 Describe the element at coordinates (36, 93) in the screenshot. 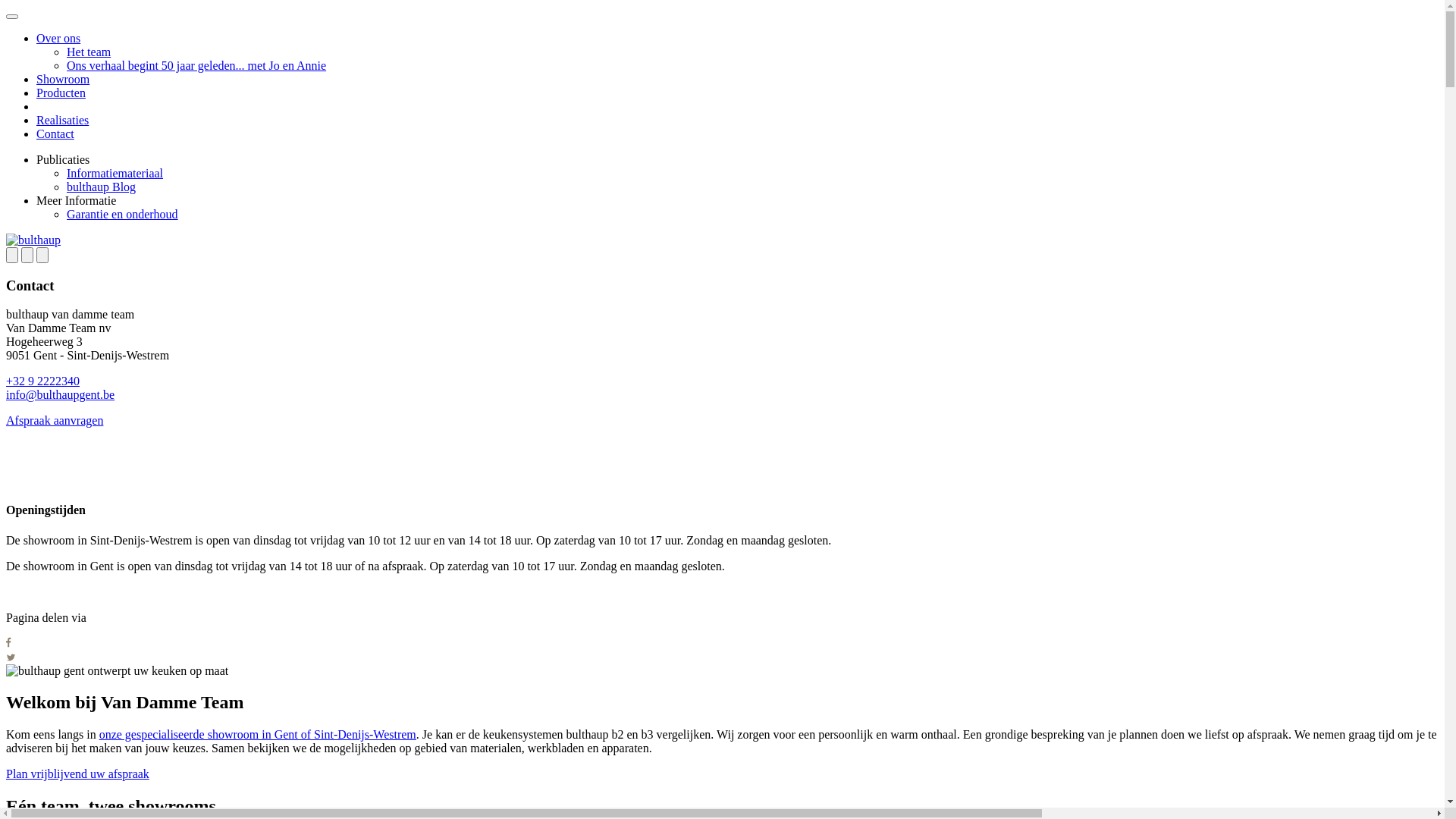

I see `'Producten'` at that location.